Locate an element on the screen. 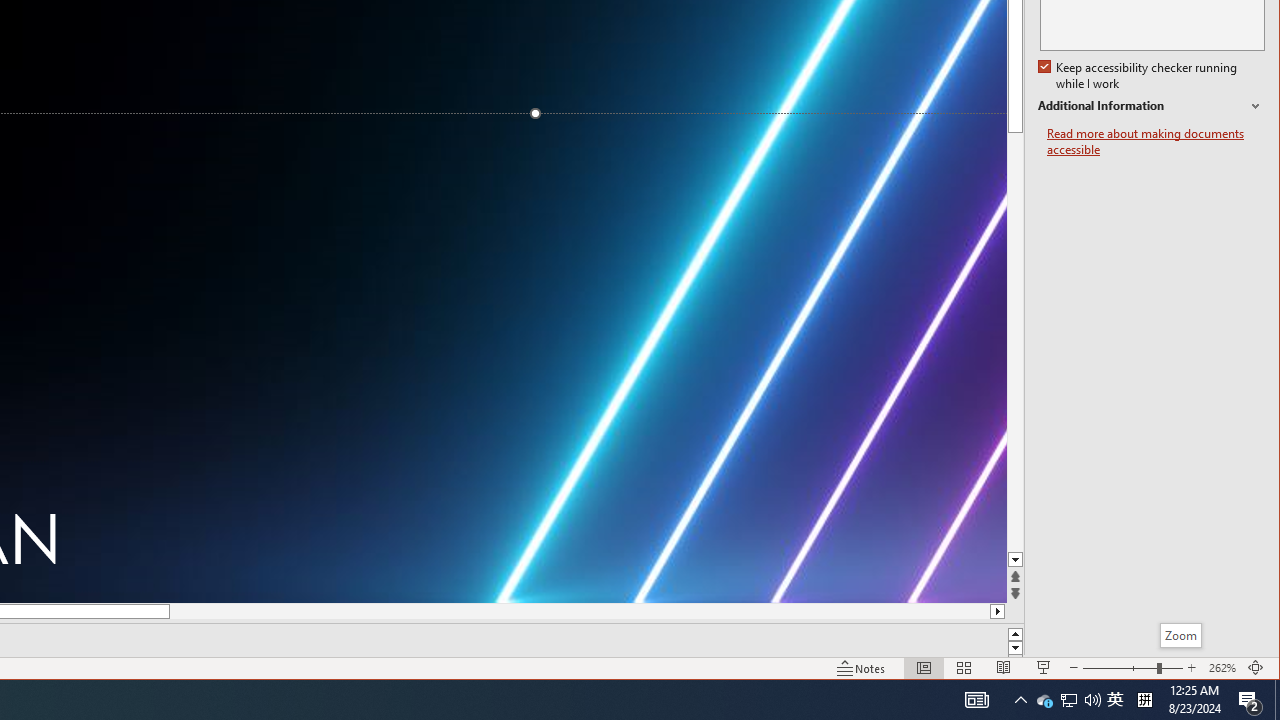  'Zoom Out' is located at coordinates (1120, 668).